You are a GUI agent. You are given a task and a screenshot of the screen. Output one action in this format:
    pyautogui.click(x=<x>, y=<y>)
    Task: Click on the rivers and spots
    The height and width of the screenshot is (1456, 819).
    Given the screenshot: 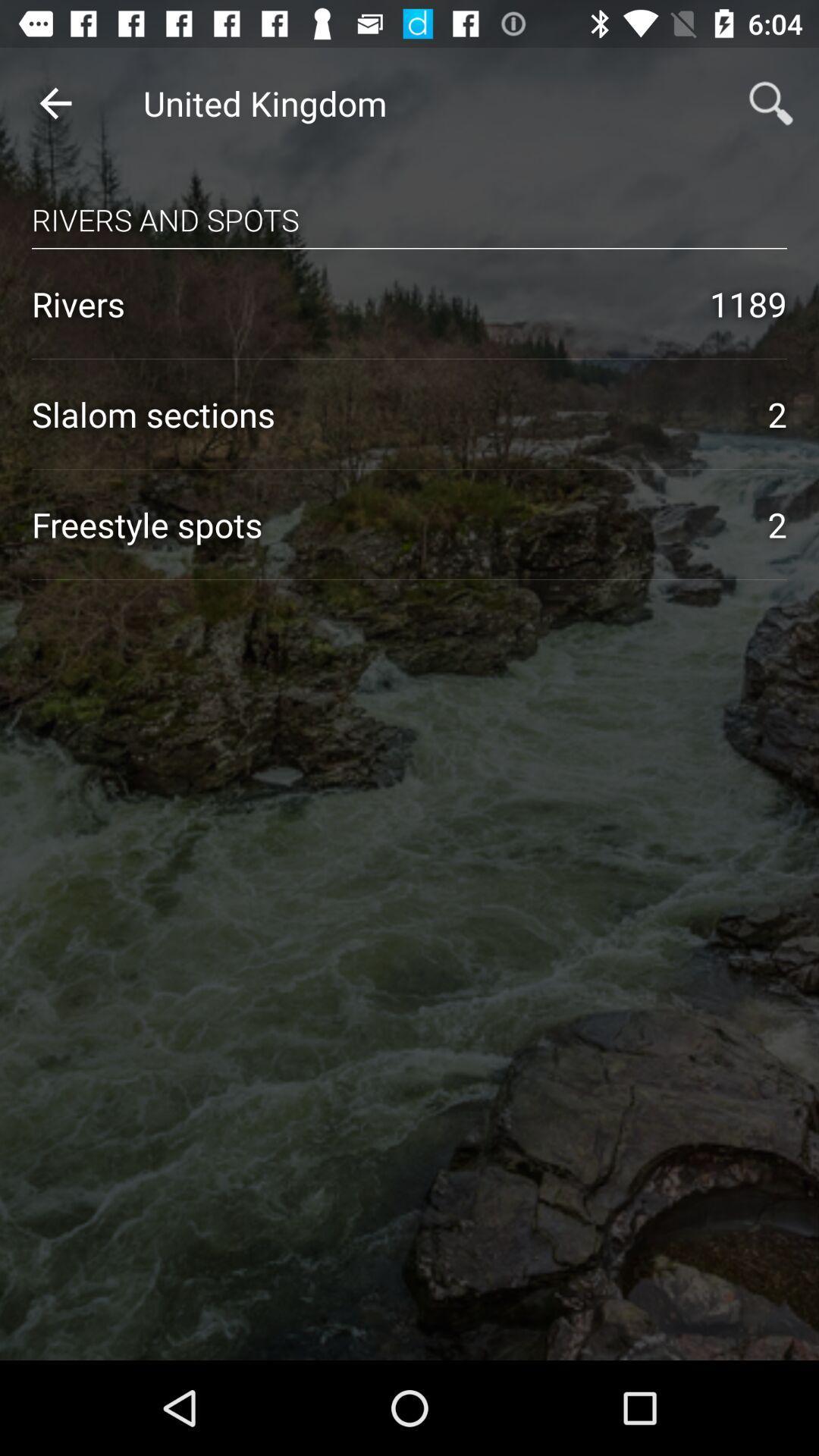 What is the action you would take?
    pyautogui.click(x=409, y=205)
    